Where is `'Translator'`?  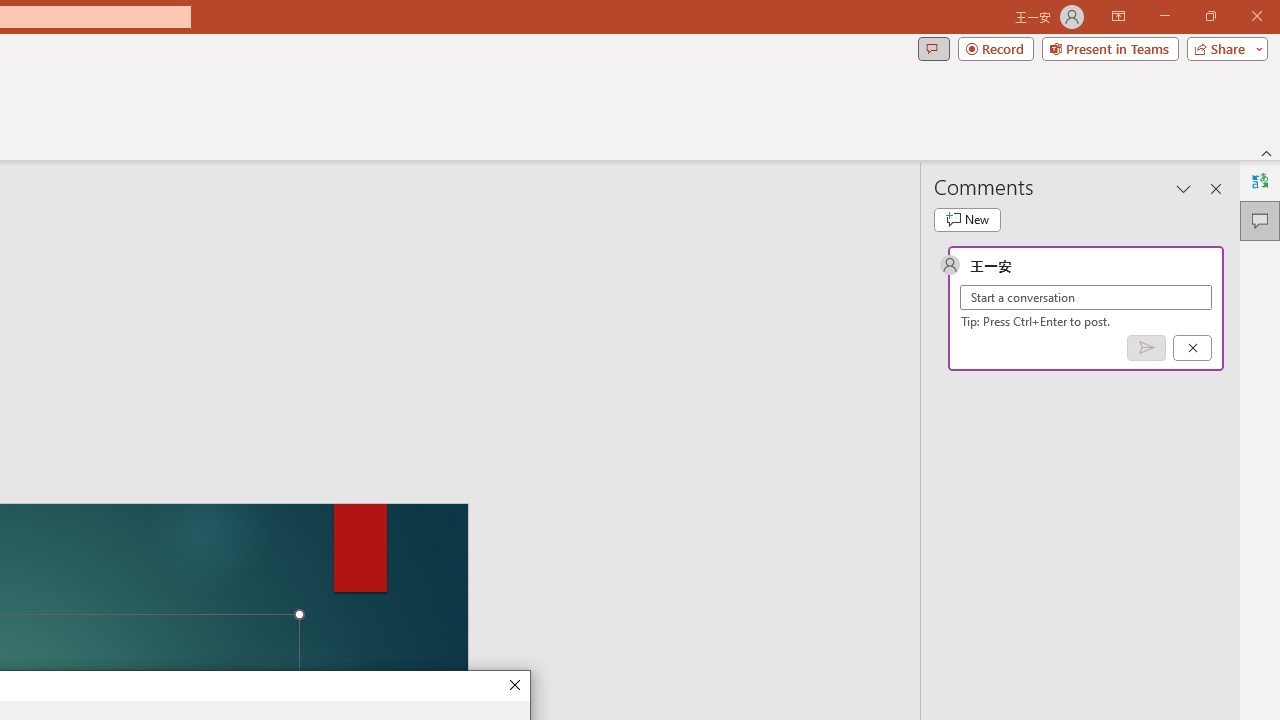
'Translator' is located at coordinates (1259, 181).